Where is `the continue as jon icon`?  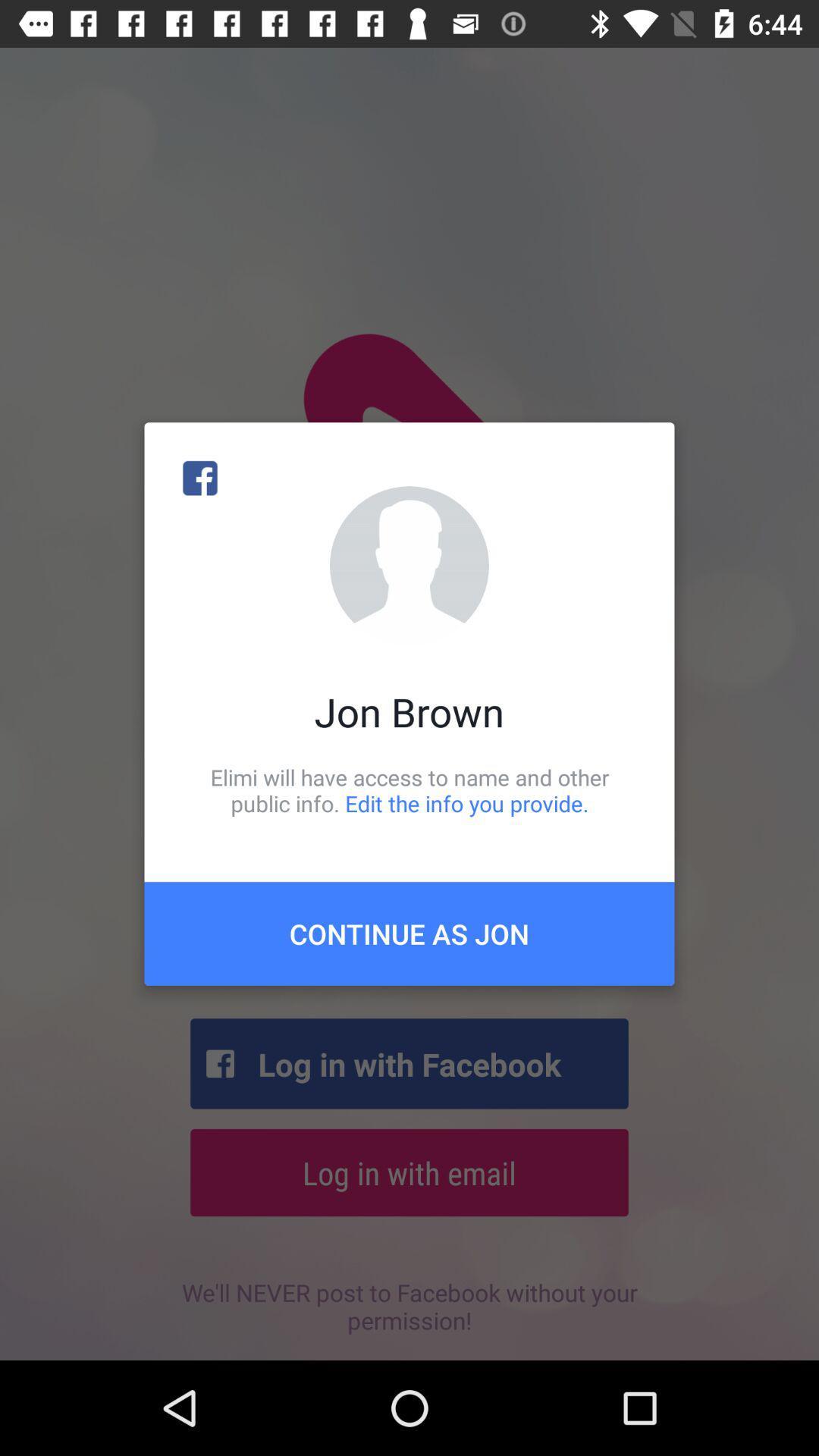 the continue as jon icon is located at coordinates (409, 933).